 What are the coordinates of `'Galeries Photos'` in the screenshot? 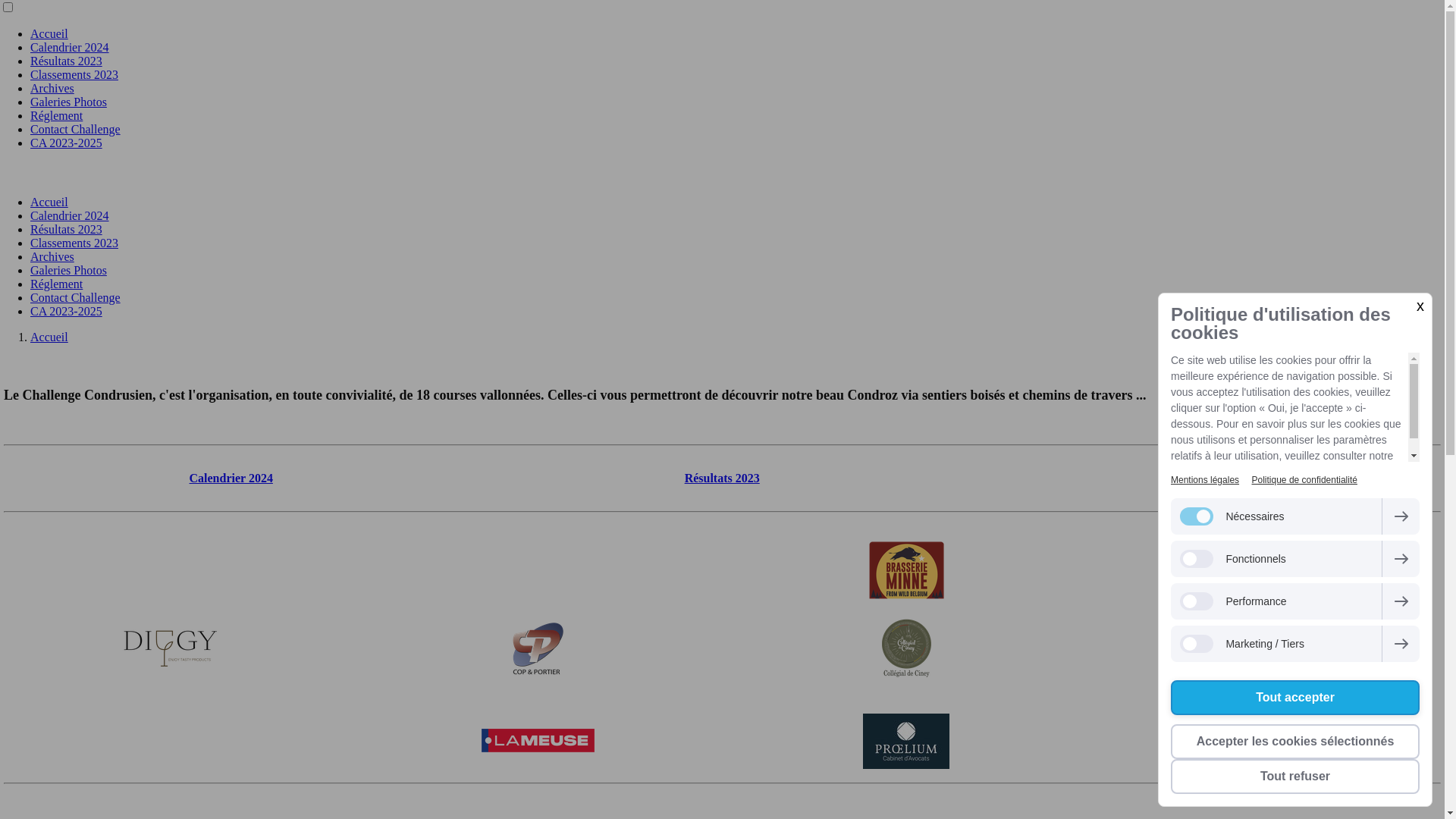 It's located at (67, 269).